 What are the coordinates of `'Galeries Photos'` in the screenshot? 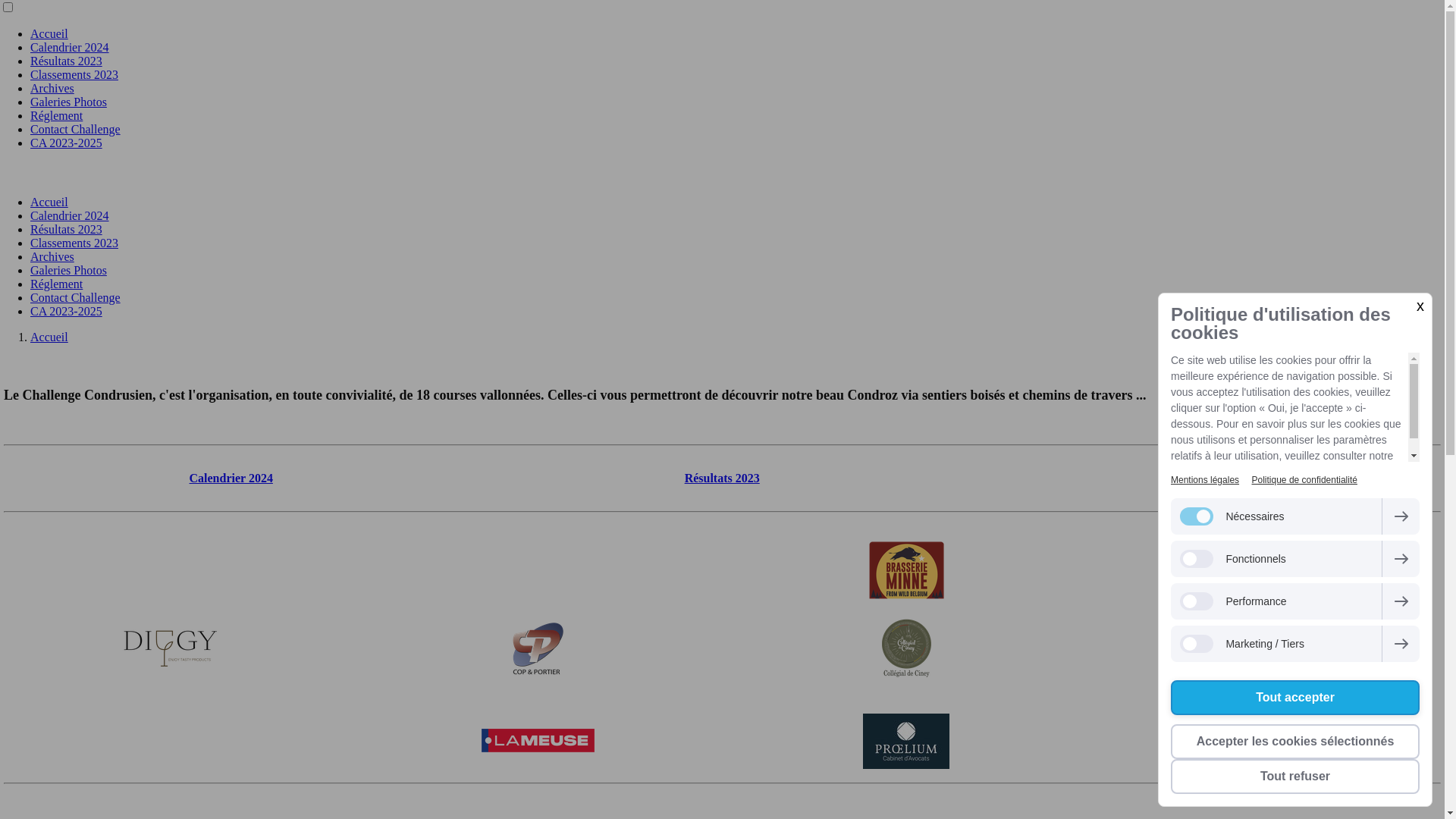 It's located at (67, 269).